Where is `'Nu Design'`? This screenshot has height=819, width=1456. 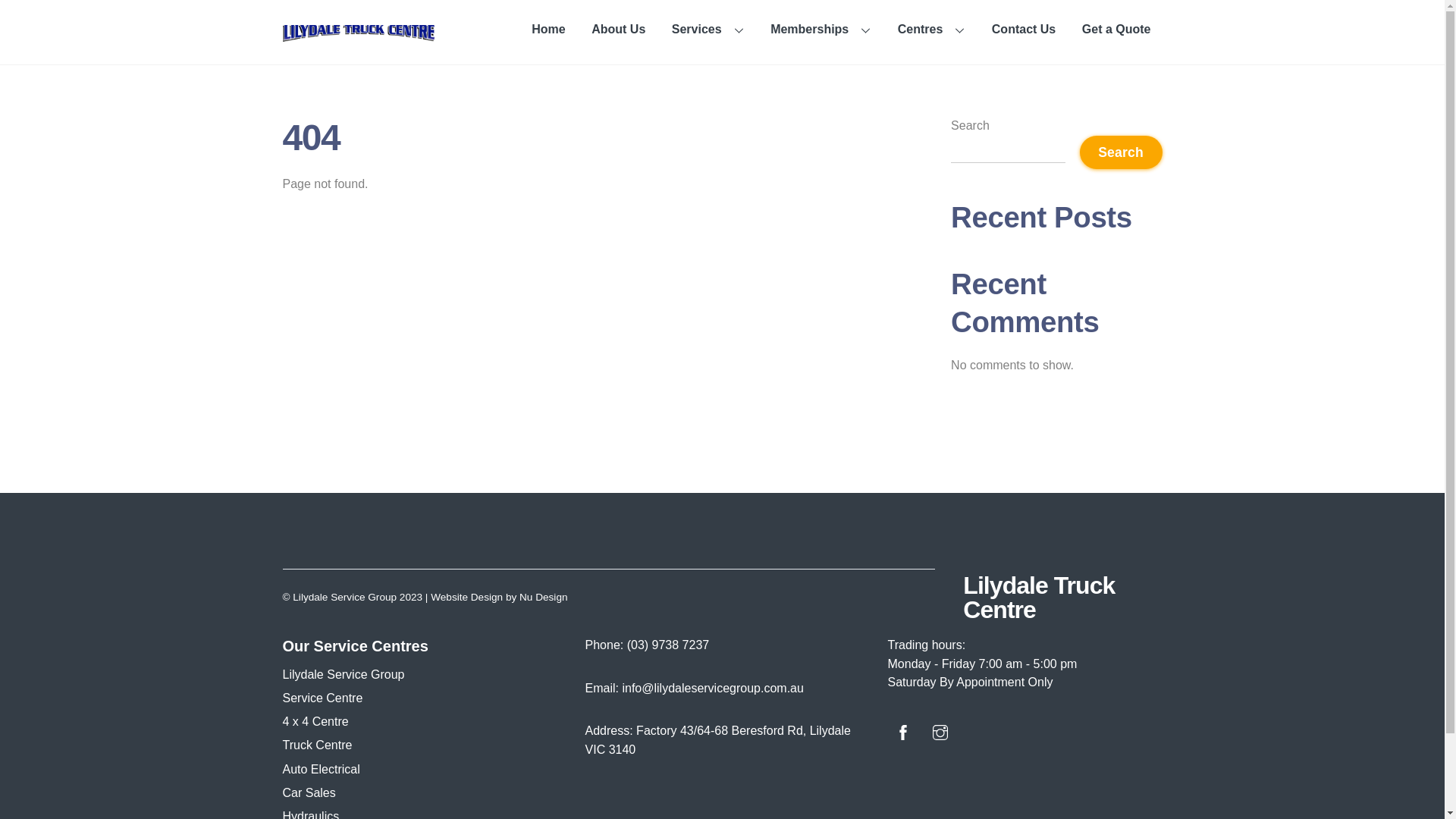 'Nu Design' is located at coordinates (543, 596).